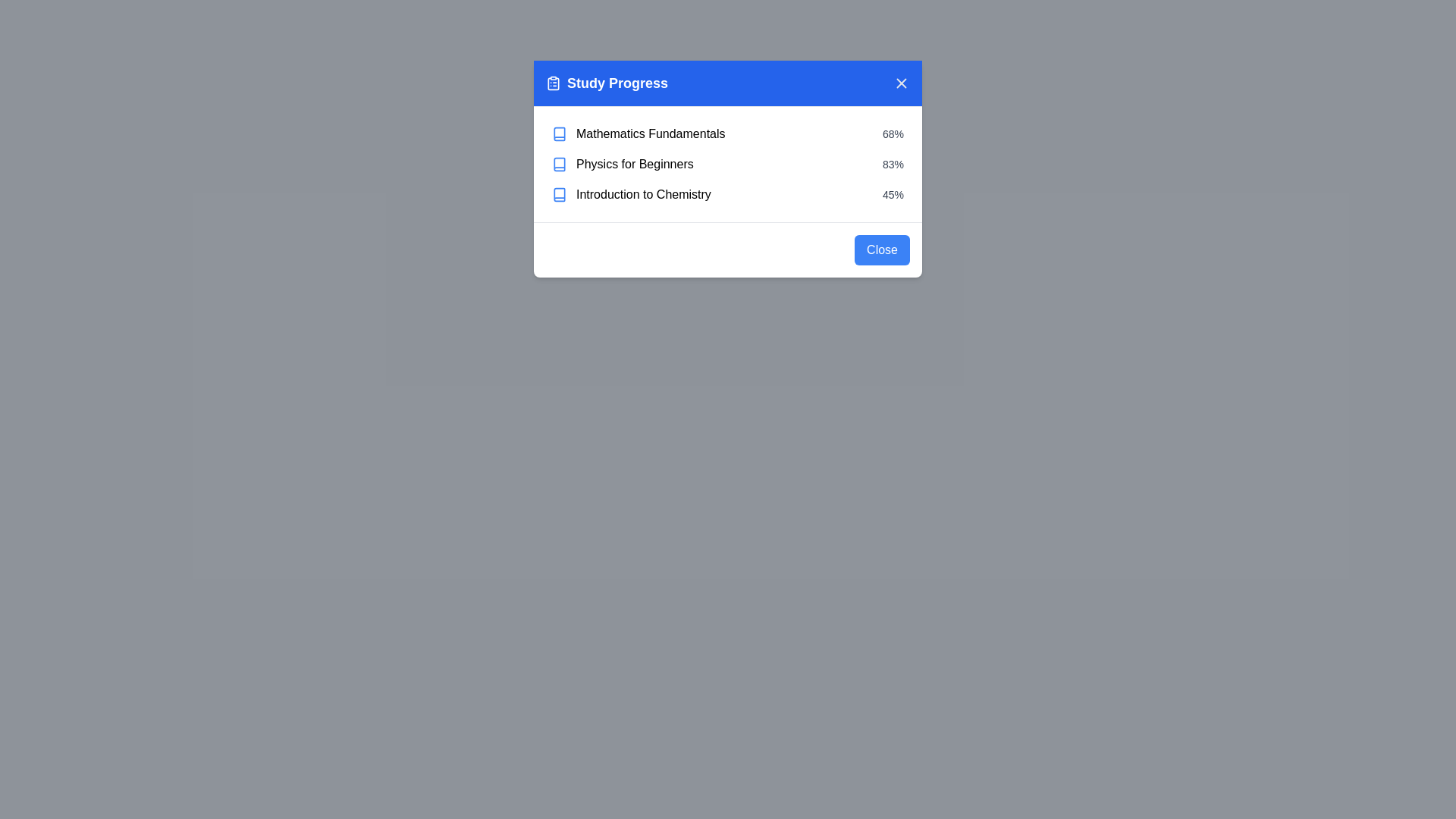 Image resolution: width=1456 pixels, height=819 pixels. I want to click on the small interactive close button ('X') located in the top-right corner of the 'Study Progress' dialog box, so click(902, 83).